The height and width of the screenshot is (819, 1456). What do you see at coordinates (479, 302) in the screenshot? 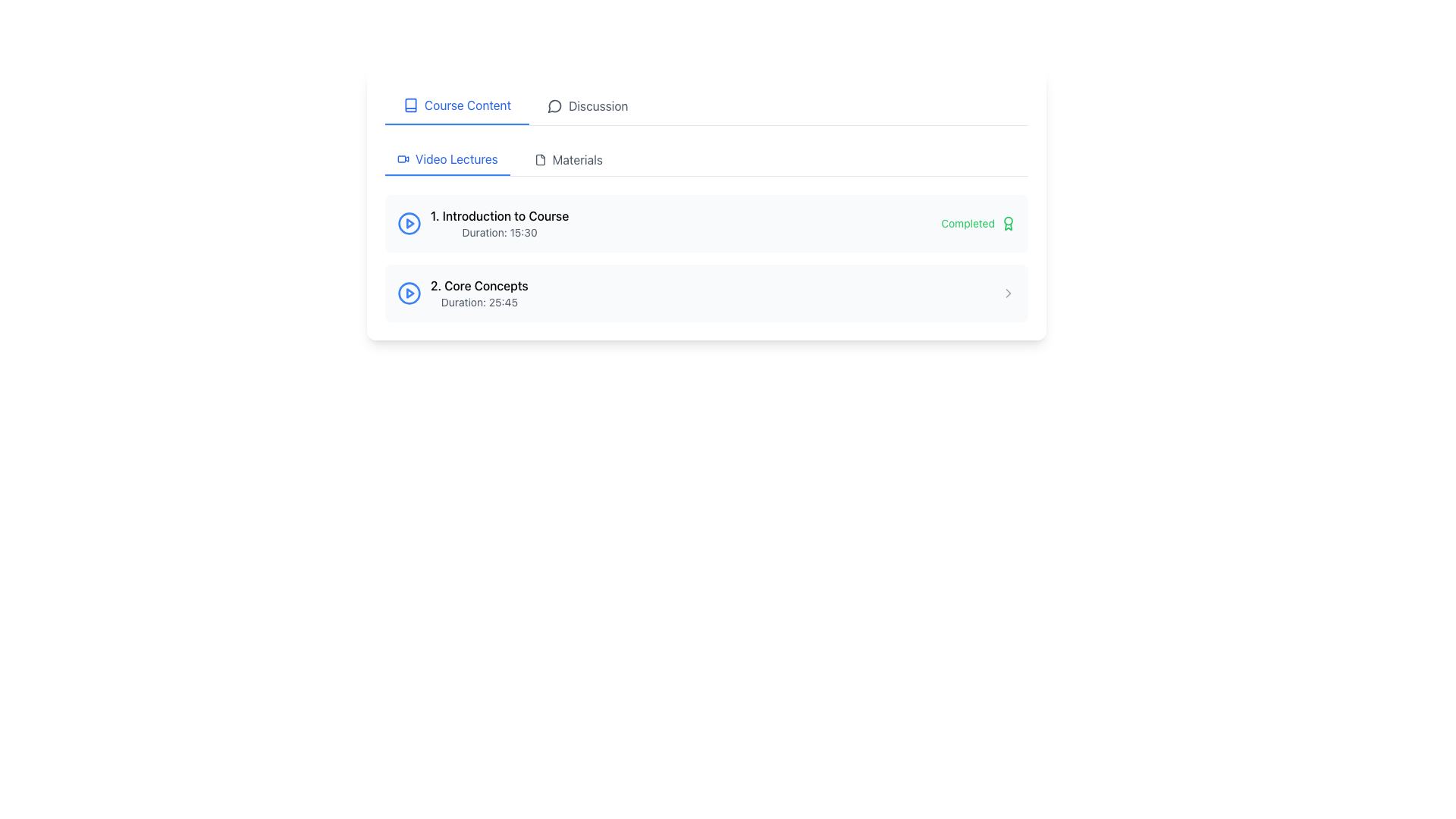
I see `the text label that reads 'Duration: 25:45', which is positioned underneath '2. Core Concepts' and is aligned left with it` at bounding box center [479, 302].